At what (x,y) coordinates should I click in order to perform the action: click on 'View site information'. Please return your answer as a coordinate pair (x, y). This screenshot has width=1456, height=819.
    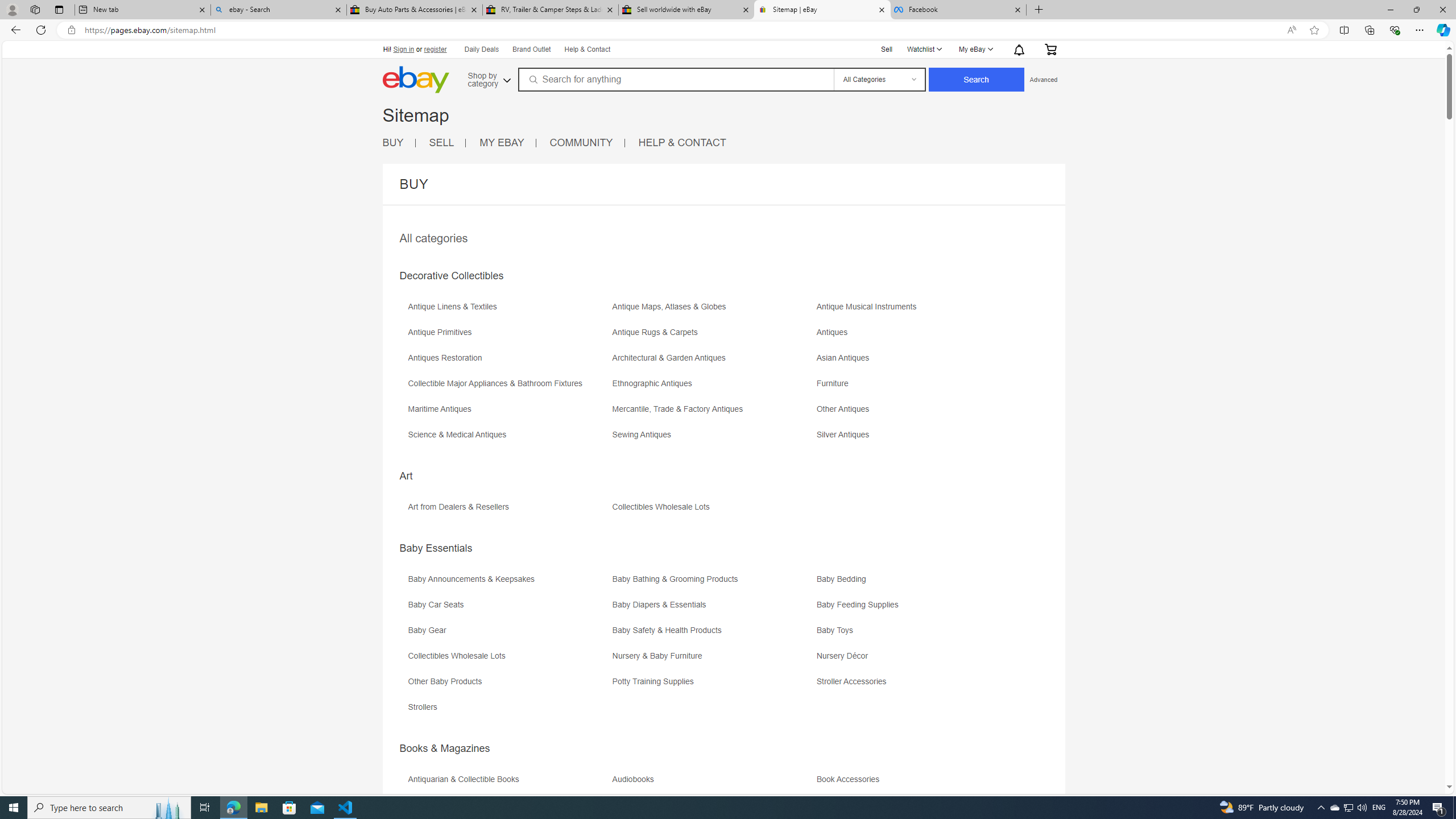
    Looking at the image, I should click on (71, 30).